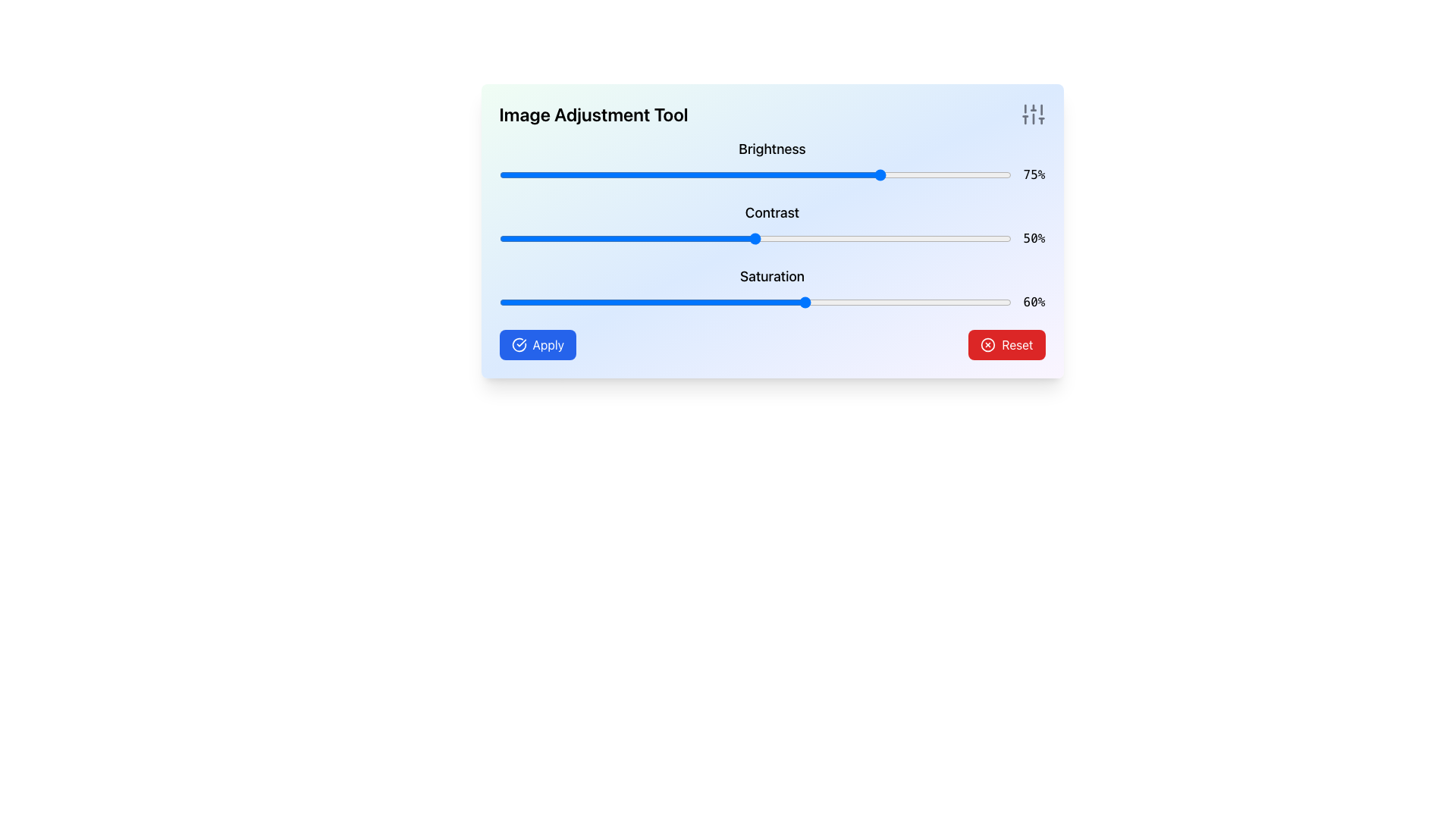  I want to click on the slider value, so click(514, 302).